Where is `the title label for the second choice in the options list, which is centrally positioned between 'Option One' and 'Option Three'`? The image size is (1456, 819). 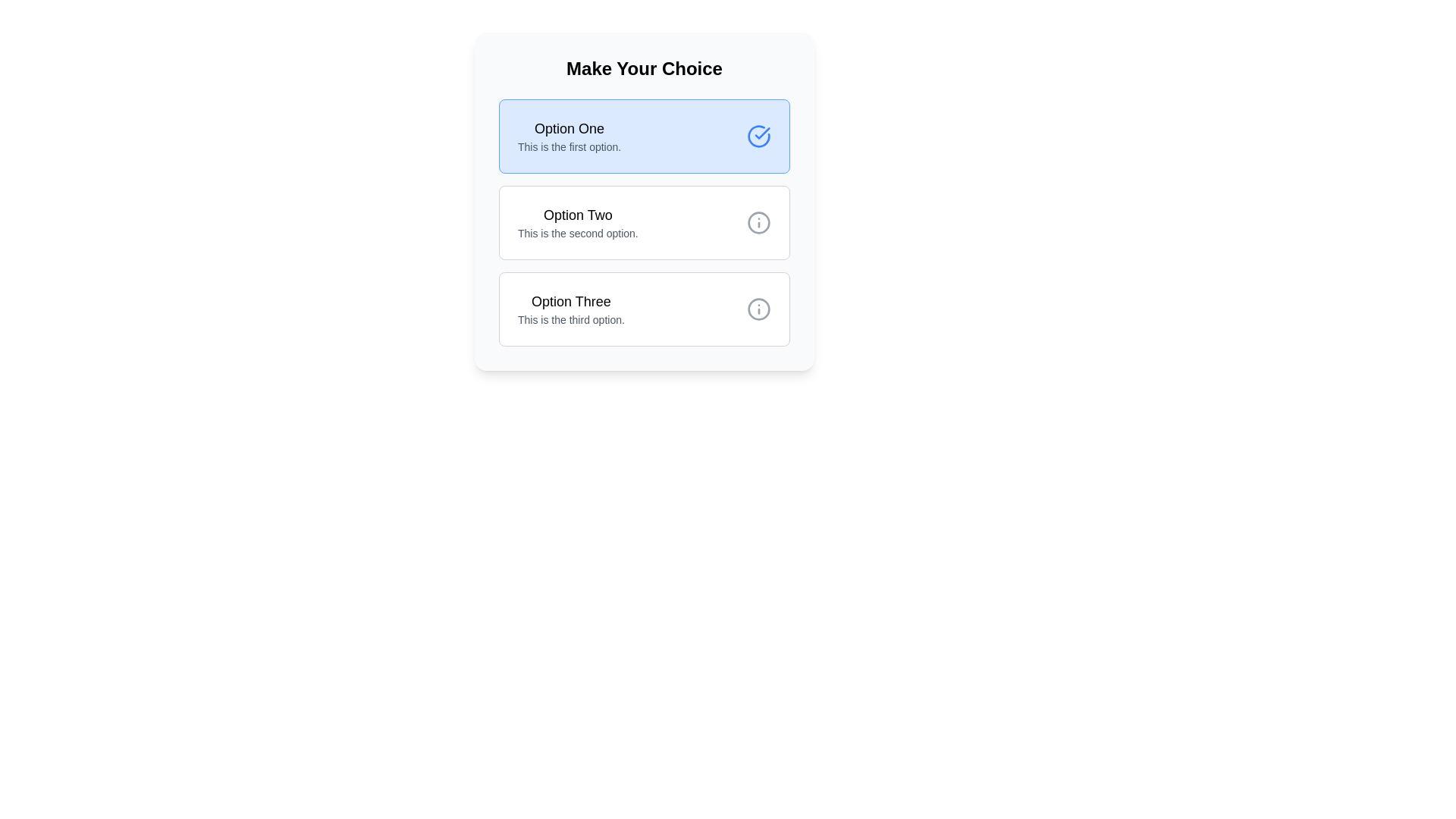
the title label for the second choice in the options list, which is centrally positioned between 'Option One' and 'Option Three' is located at coordinates (577, 215).